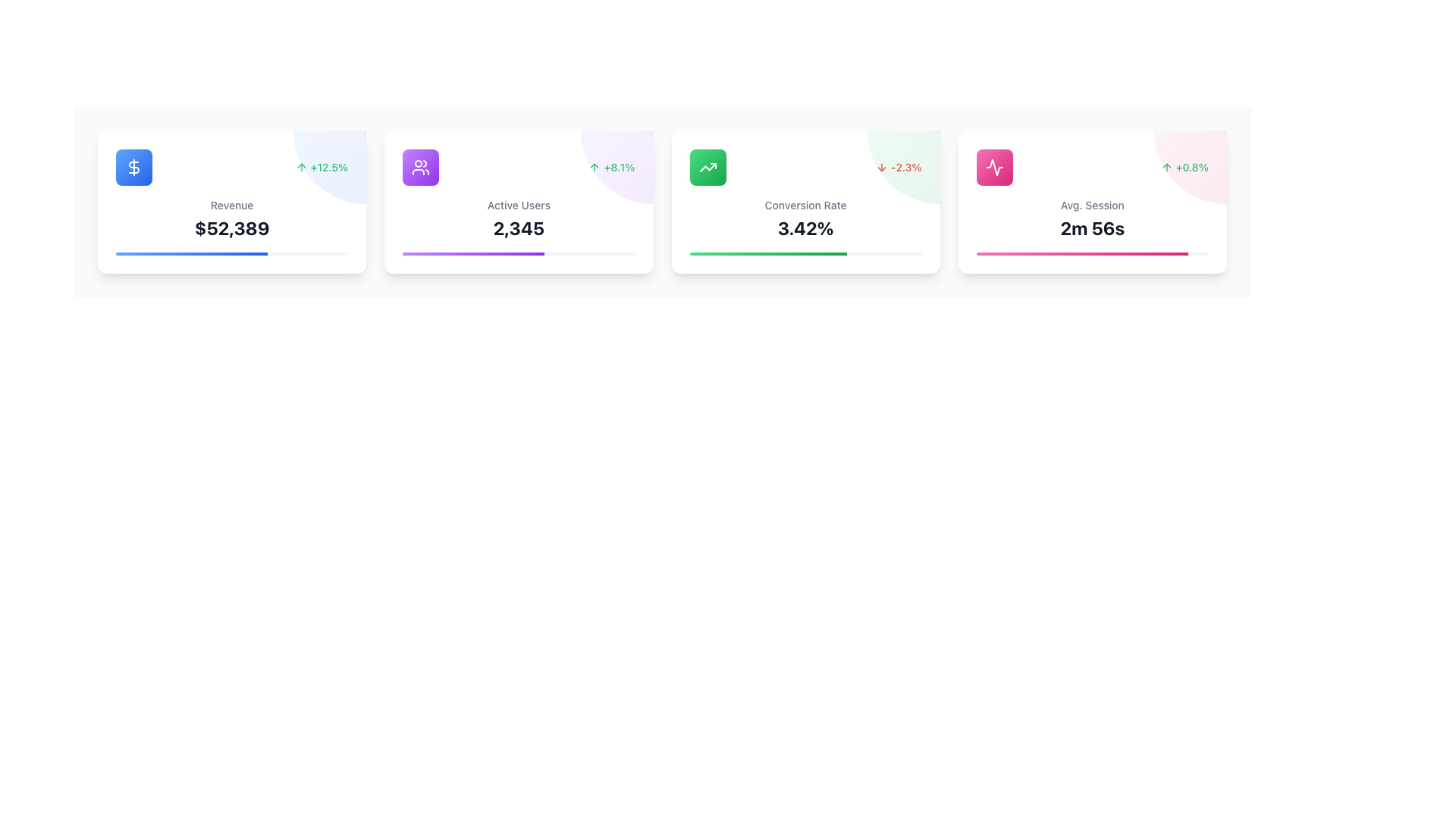  What do you see at coordinates (421, 167) in the screenshot?
I see `the 'Active Users' icon with a gradient background located at the top-left corner of the second card, which visually represents the concept of active users` at bounding box center [421, 167].